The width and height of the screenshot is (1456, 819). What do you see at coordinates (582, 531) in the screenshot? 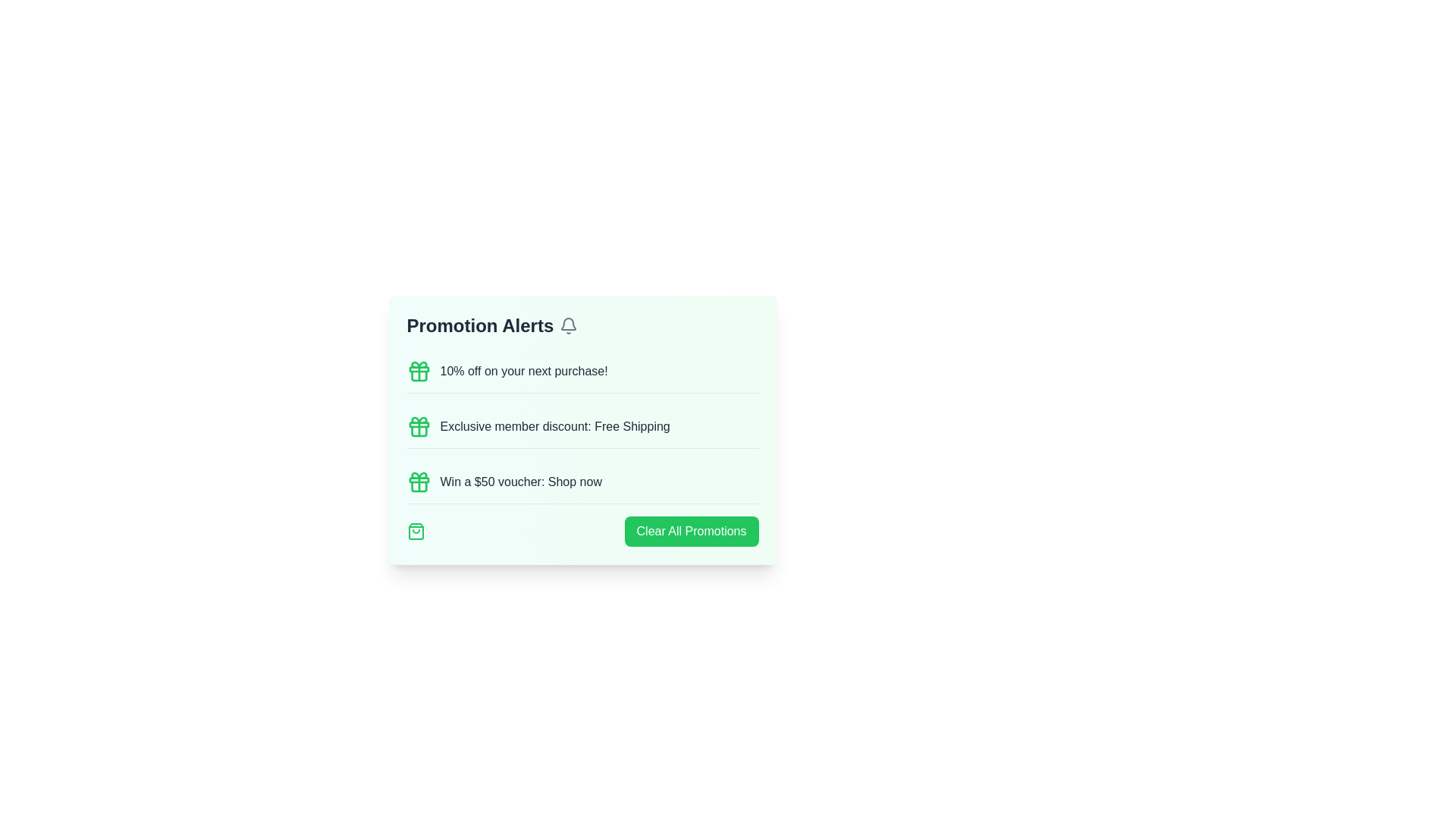
I see `the 'Clear All Promotions' button located at the bottom right of the promotional alert section to clear all promotions` at bounding box center [582, 531].